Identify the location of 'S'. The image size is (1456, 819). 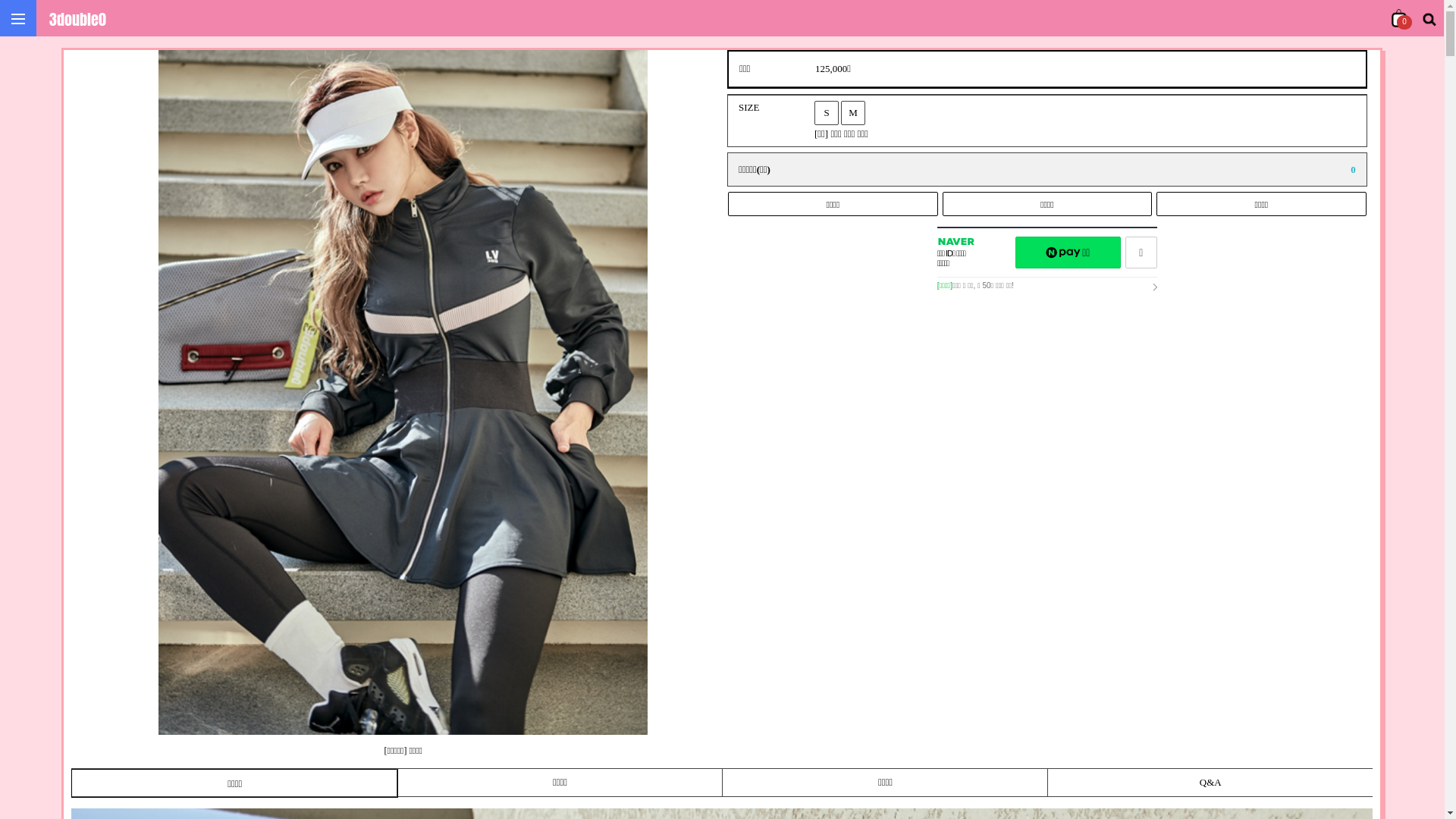
(814, 112).